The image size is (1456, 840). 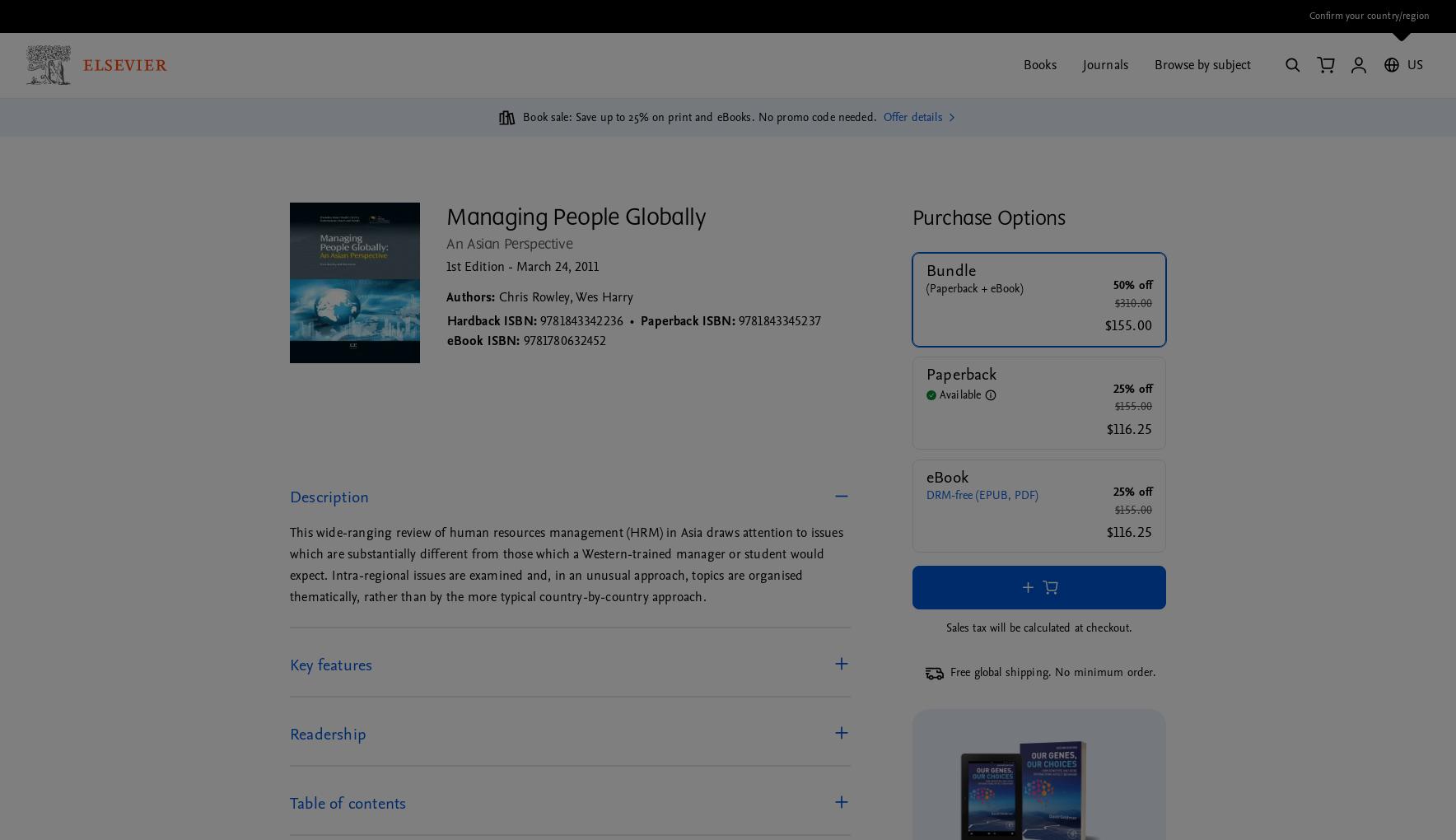 I want to click on '9781843345237', so click(x=778, y=320).